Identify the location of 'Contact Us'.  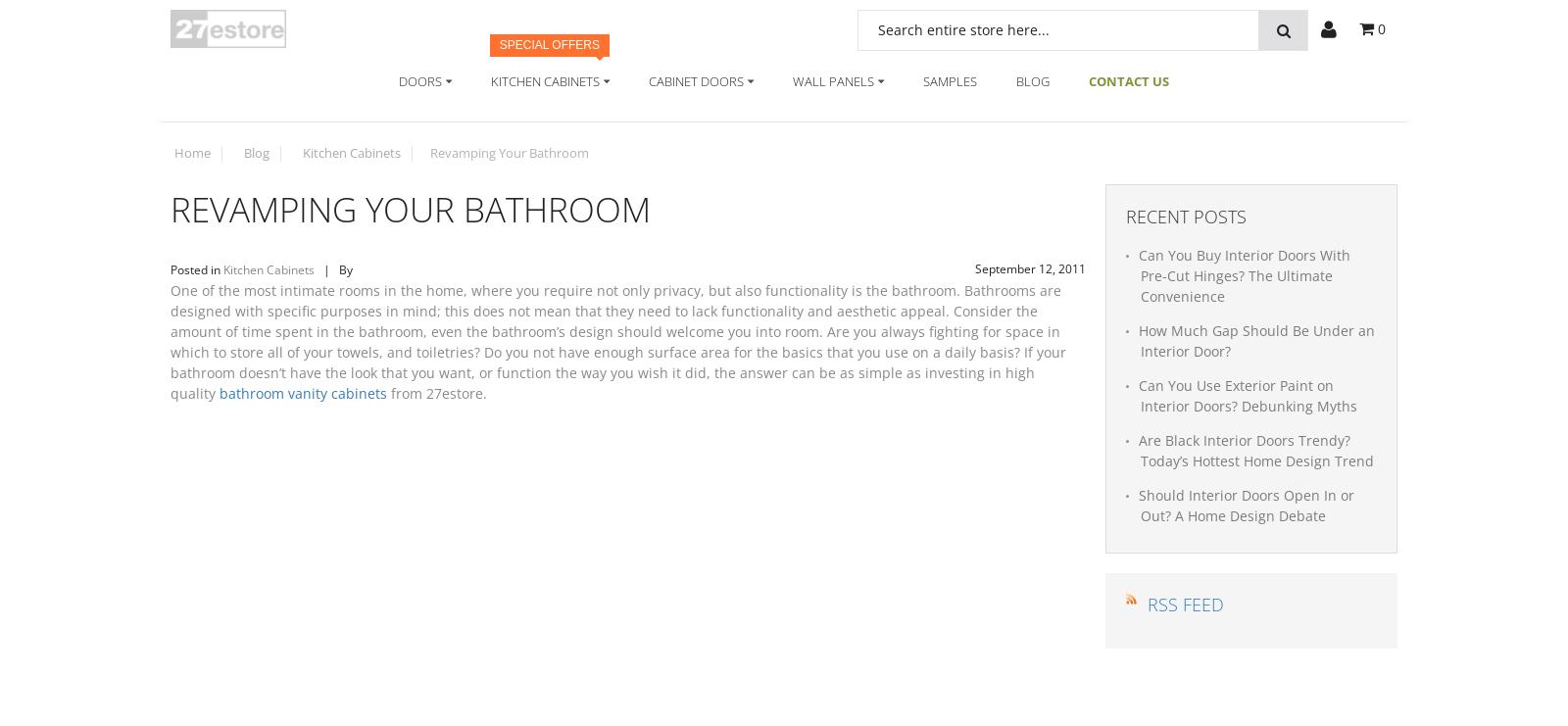
(1129, 79).